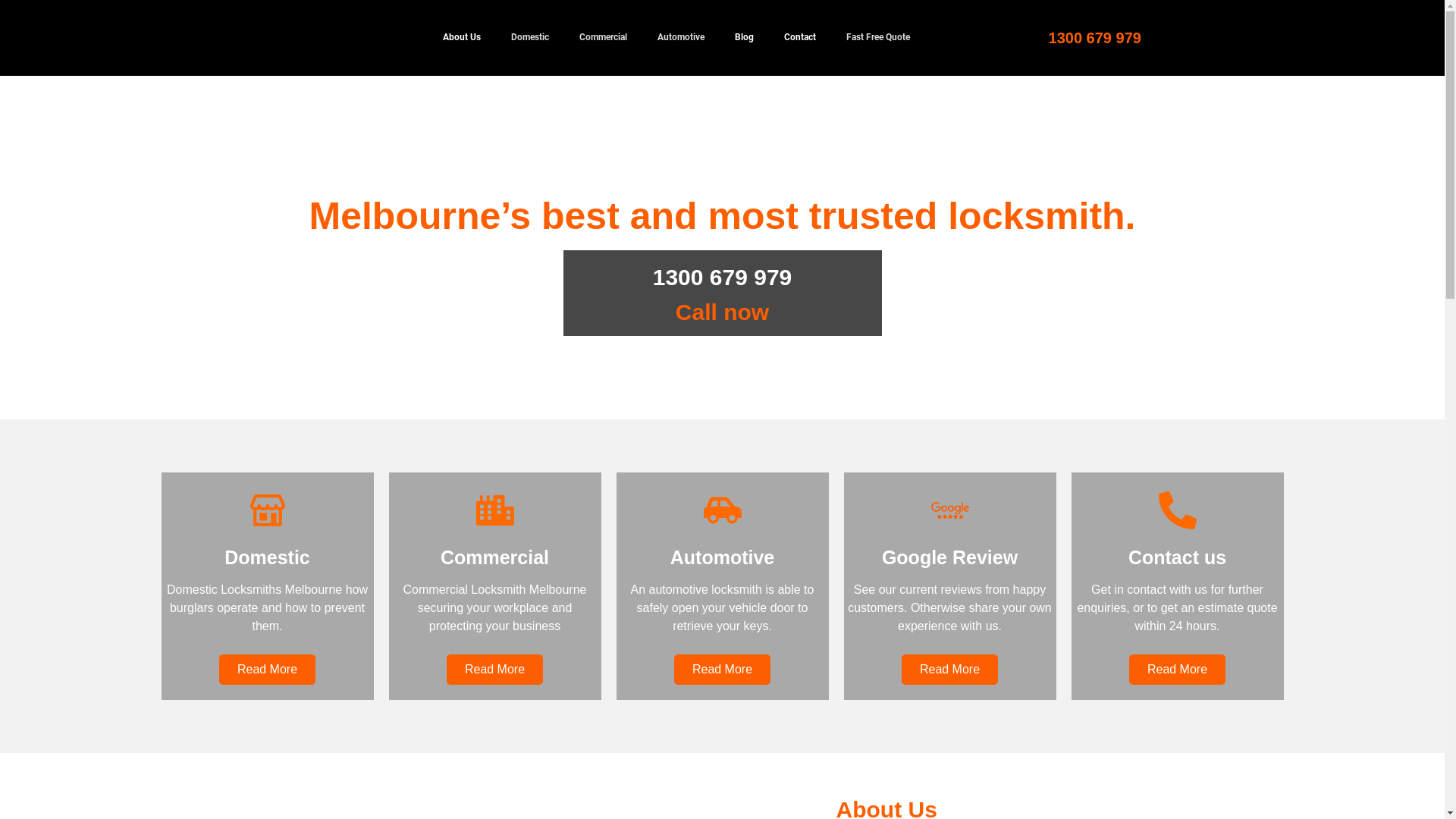 Image resolution: width=1456 pixels, height=819 pixels. What do you see at coordinates (799, 37) in the screenshot?
I see `'Contact'` at bounding box center [799, 37].